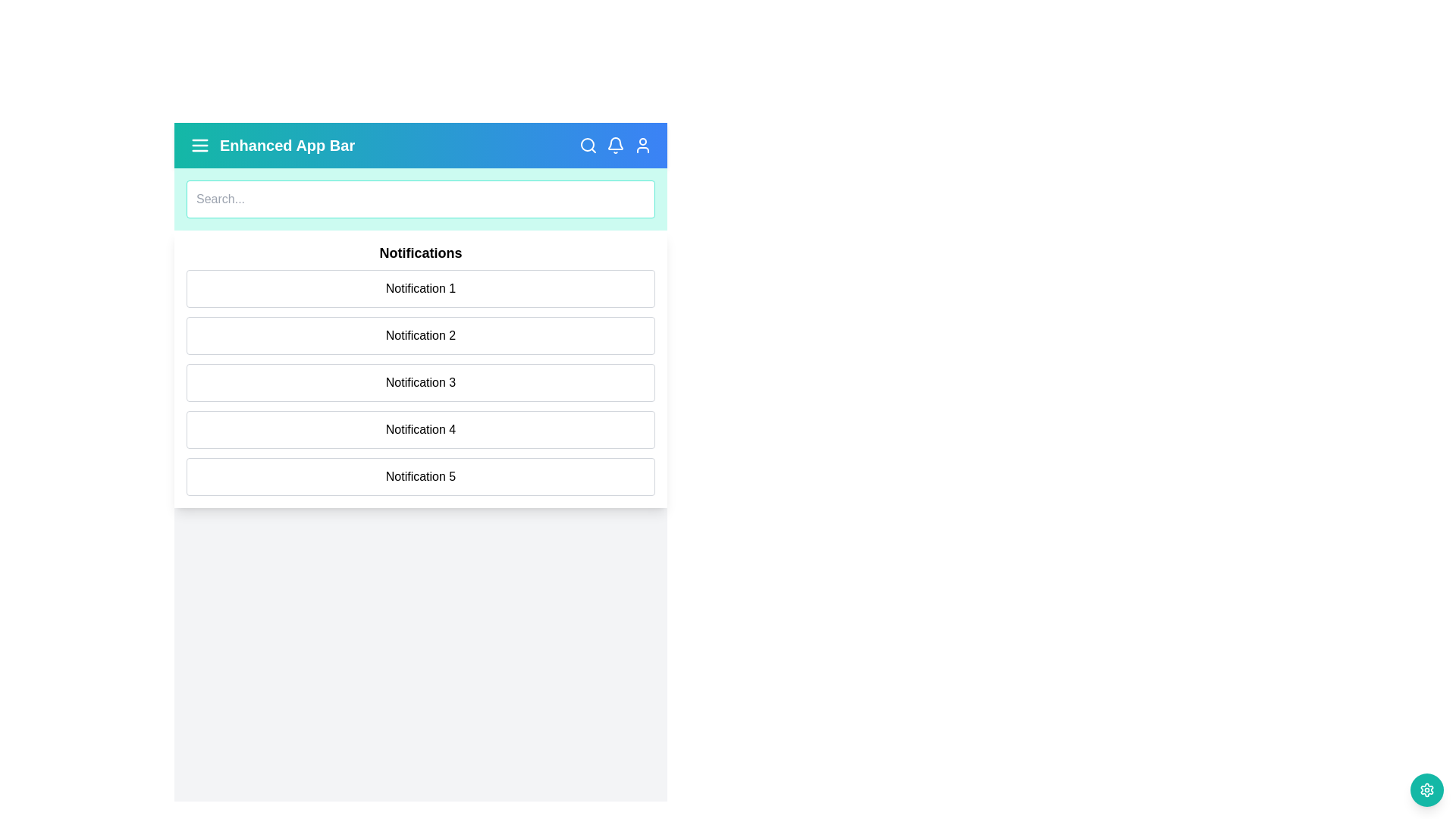 The image size is (1456, 819). Describe the element at coordinates (643, 146) in the screenshot. I see `the user icon located in the top right corner of the app bar` at that location.